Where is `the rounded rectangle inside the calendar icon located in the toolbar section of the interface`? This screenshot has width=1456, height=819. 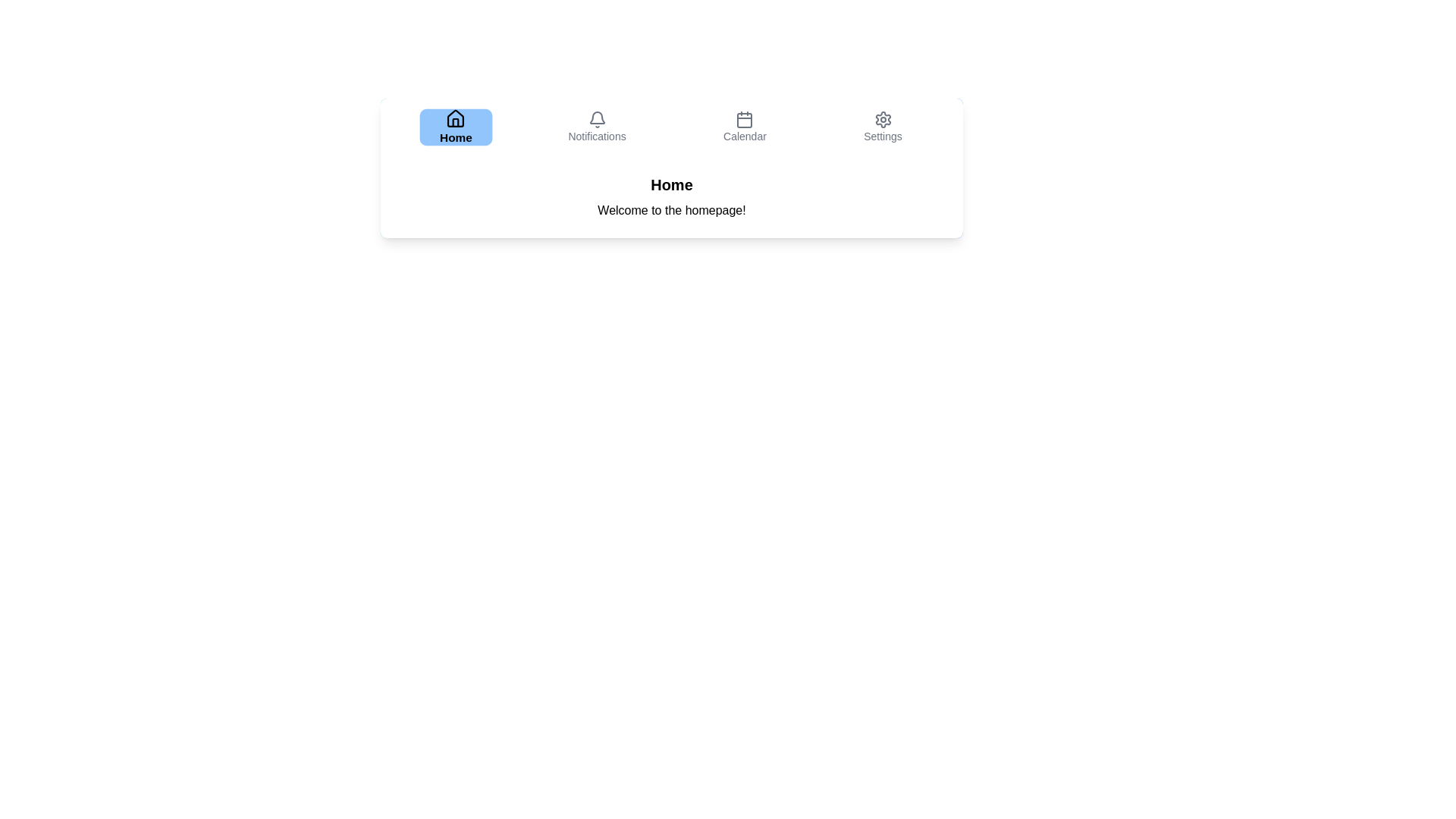
the rounded rectangle inside the calendar icon located in the toolbar section of the interface is located at coordinates (745, 119).